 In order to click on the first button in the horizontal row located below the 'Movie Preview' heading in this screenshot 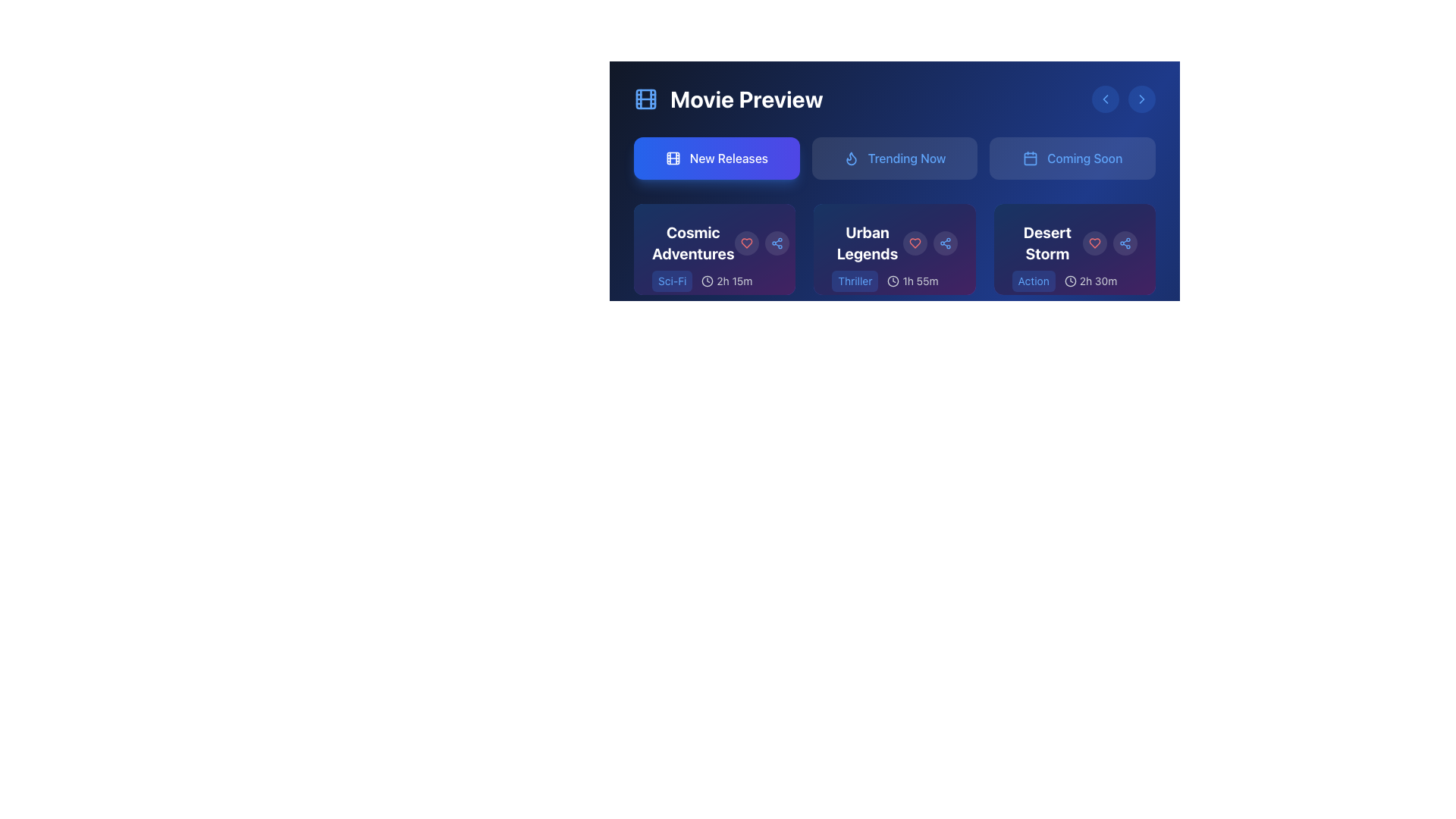, I will do `click(716, 158)`.